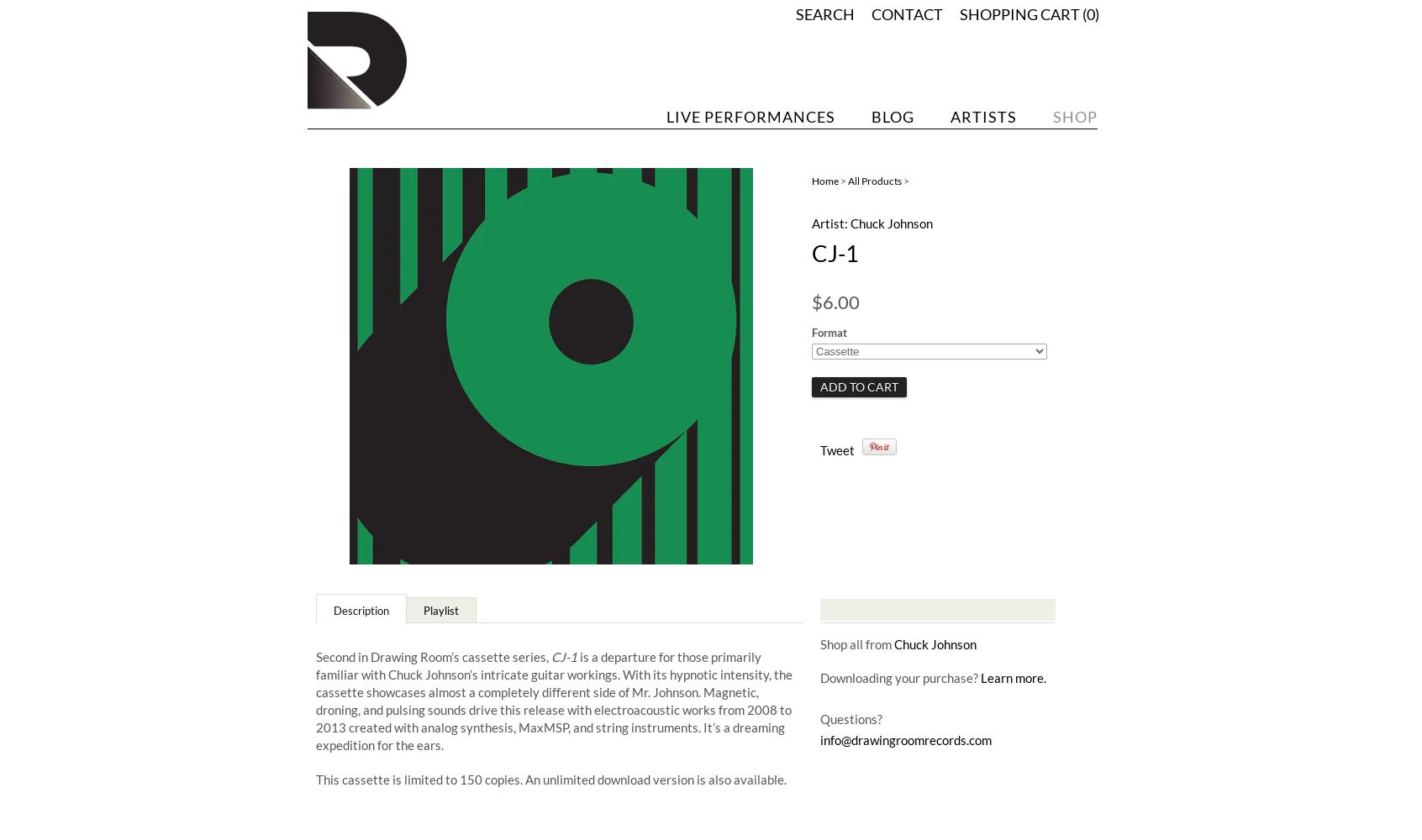 Image resolution: width=1422 pixels, height=840 pixels. What do you see at coordinates (1052, 117) in the screenshot?
I see `'Shop'` at bounding box center [1052, 117].